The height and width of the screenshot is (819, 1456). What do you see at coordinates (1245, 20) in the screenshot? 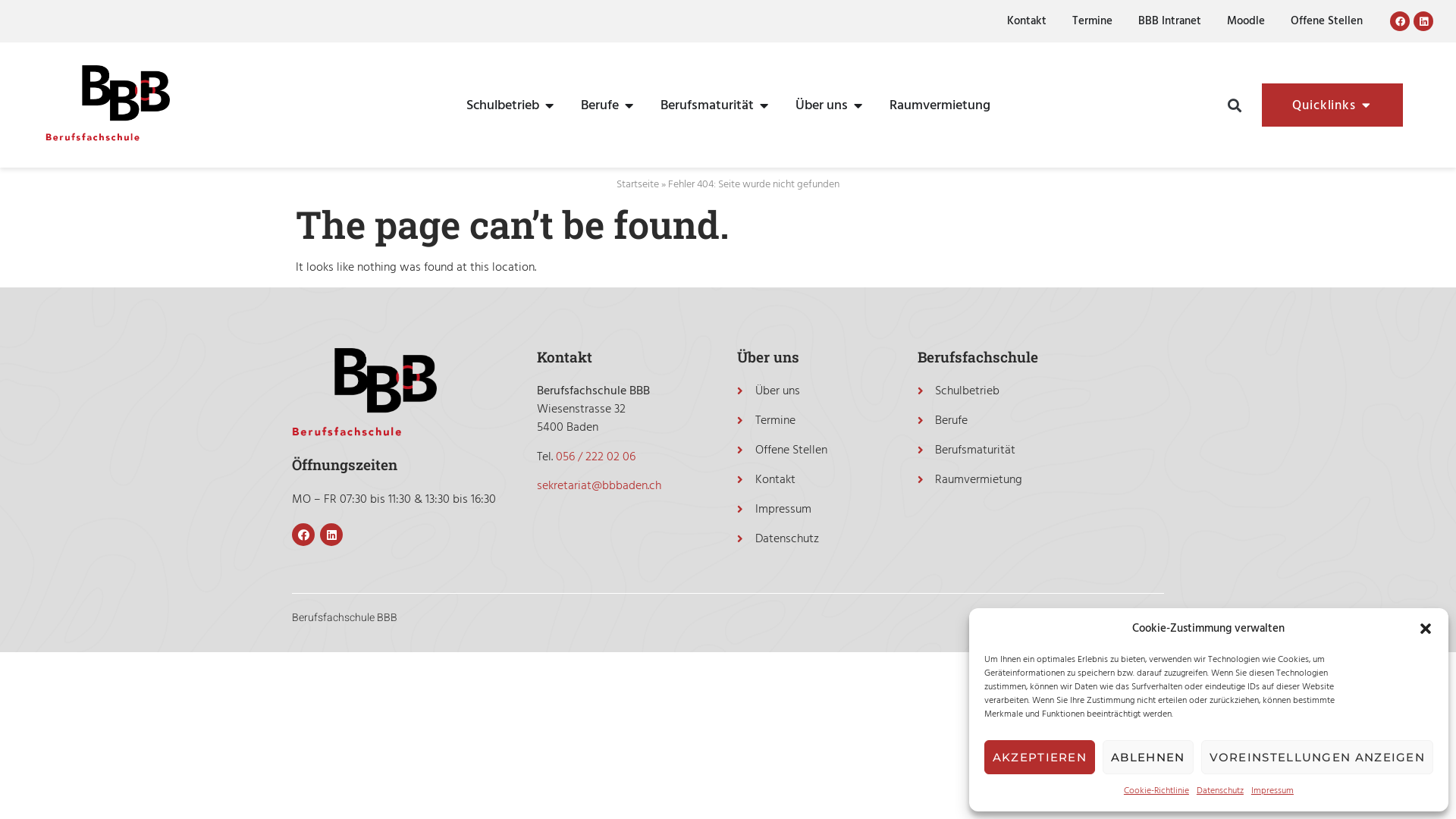
I see `'Moodle'` at bounding box center [1245, 20].